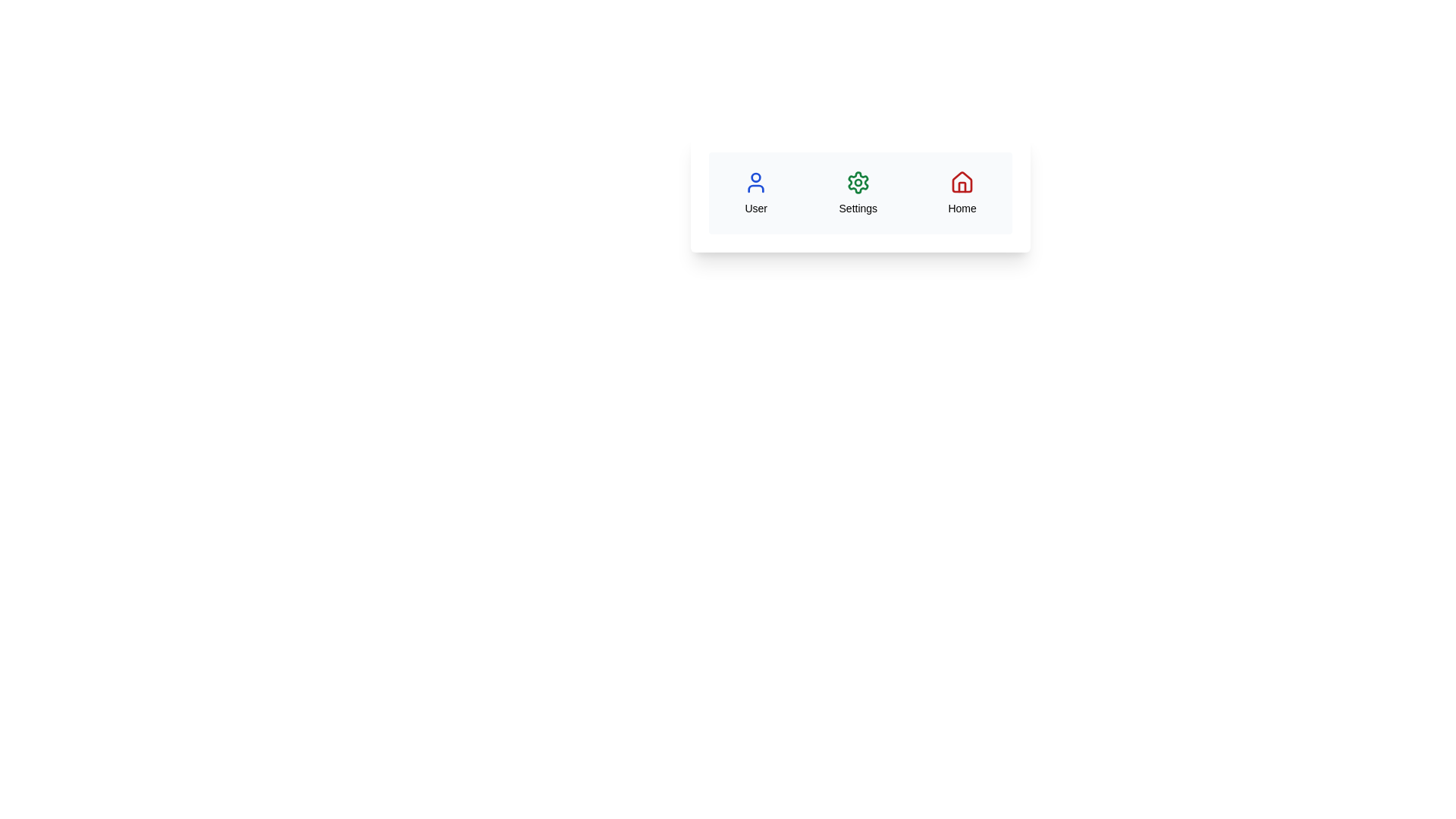  I want to click on the graphical circle element representing the user icon's head in the top-left quadrant of the navigation menu, so click(756, 177).